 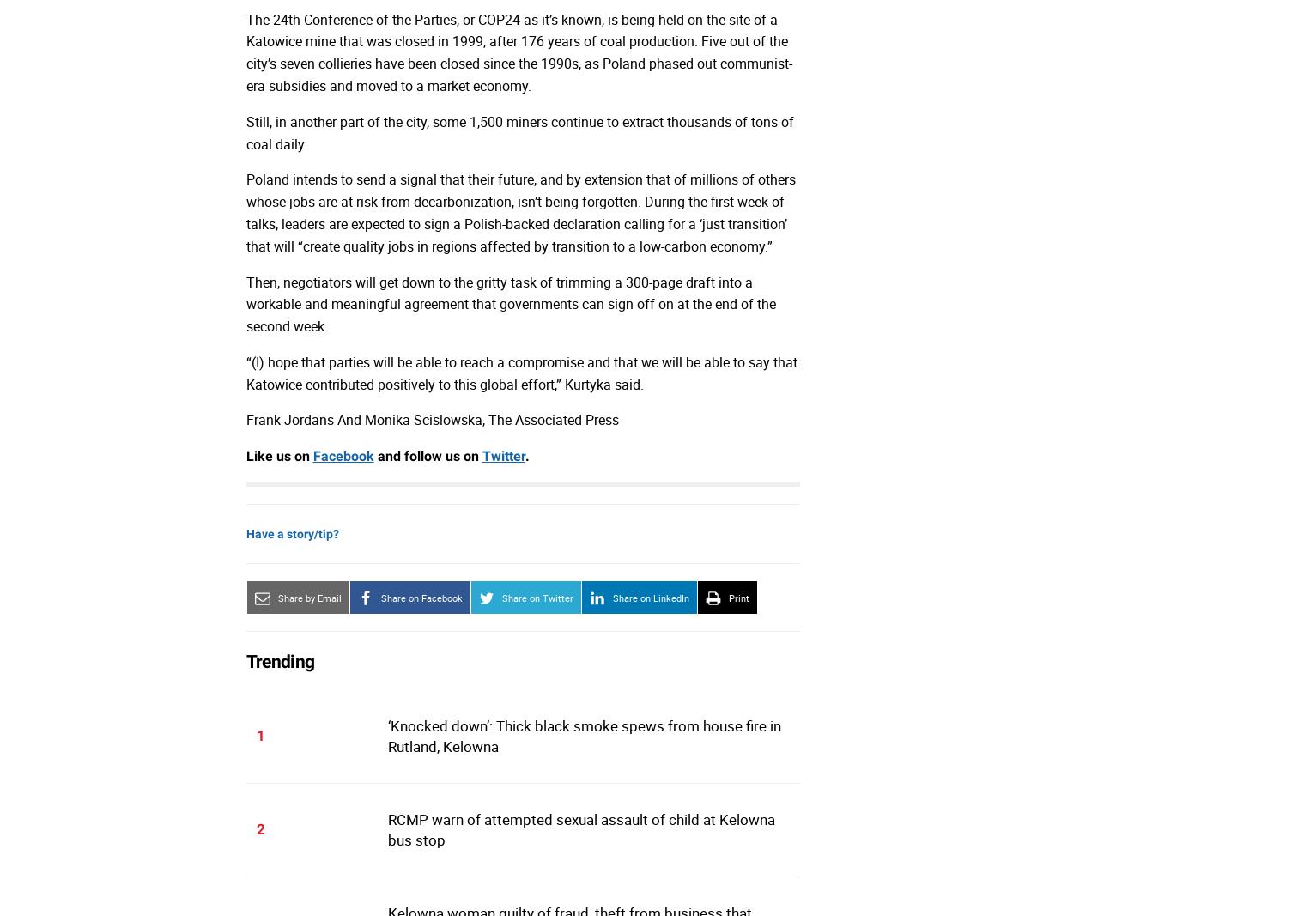 I want to click on 'Share on LinkedIn', so click(x=650, y=598).